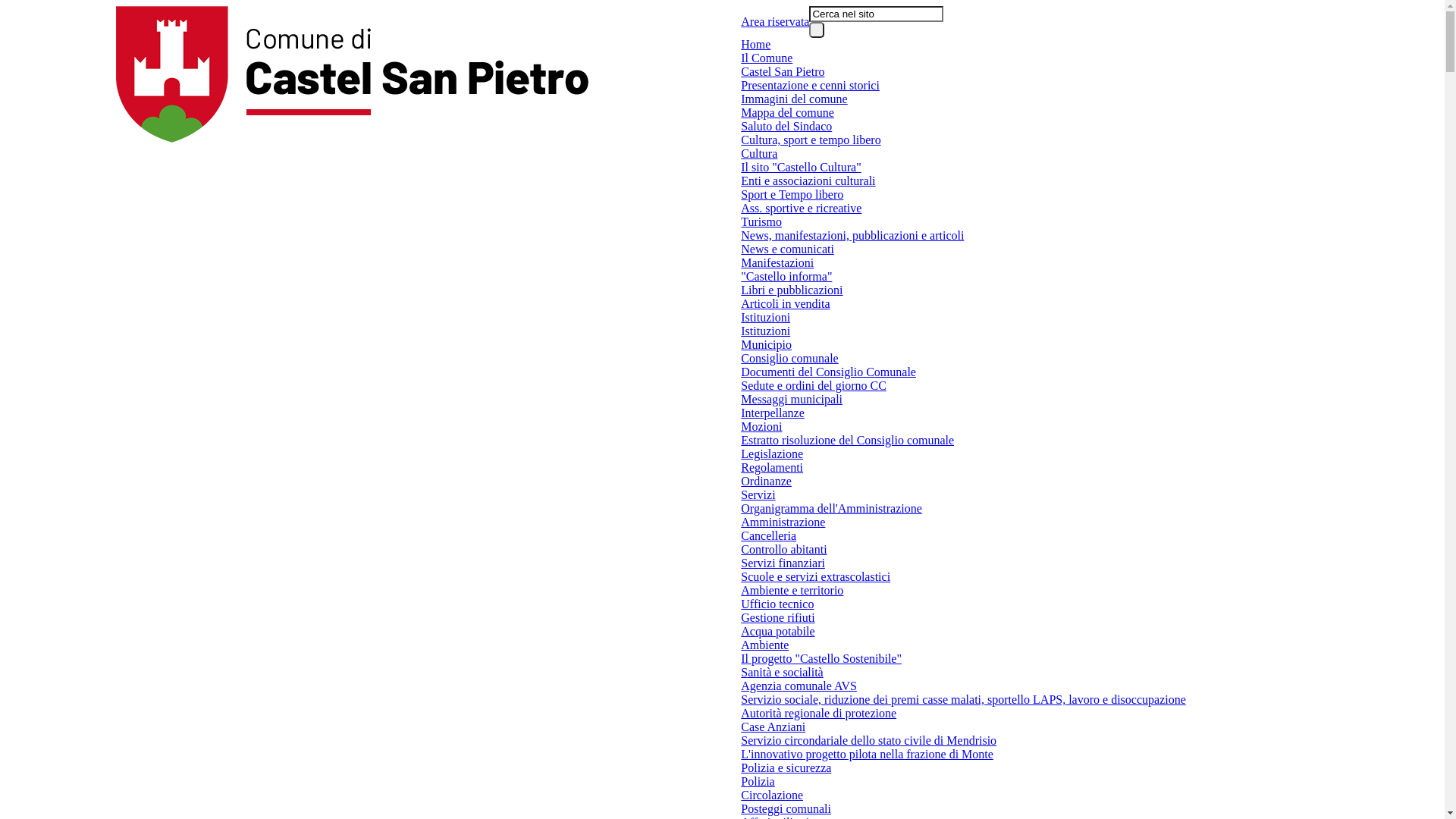  What do you see at coordinates (777, 262) in the screenshot?
I see `'Manifestazioni'` at bounding box center [777, 262].